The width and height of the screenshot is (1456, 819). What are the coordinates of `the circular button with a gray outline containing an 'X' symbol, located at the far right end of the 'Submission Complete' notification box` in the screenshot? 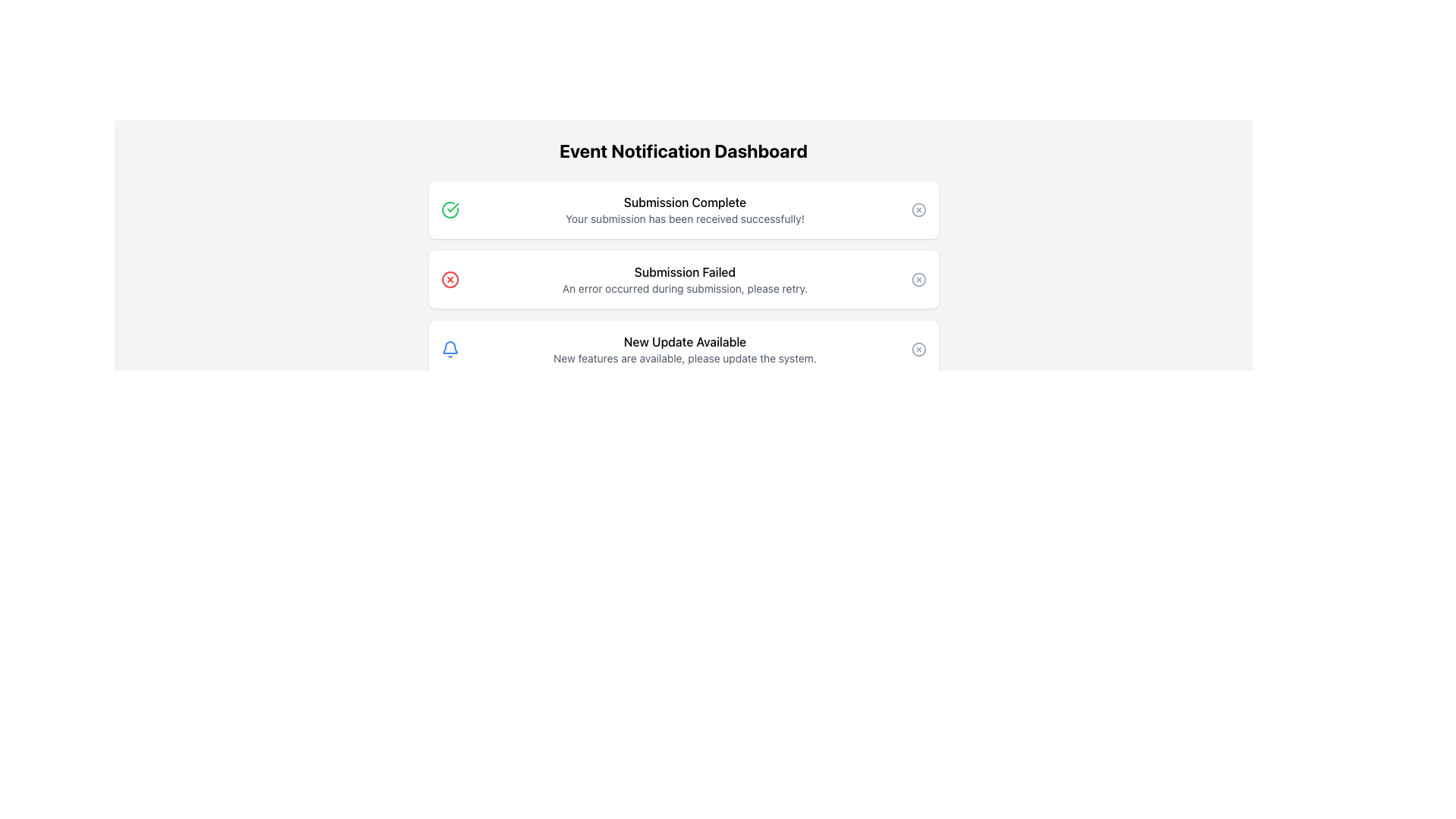 It's located at (918, 210).